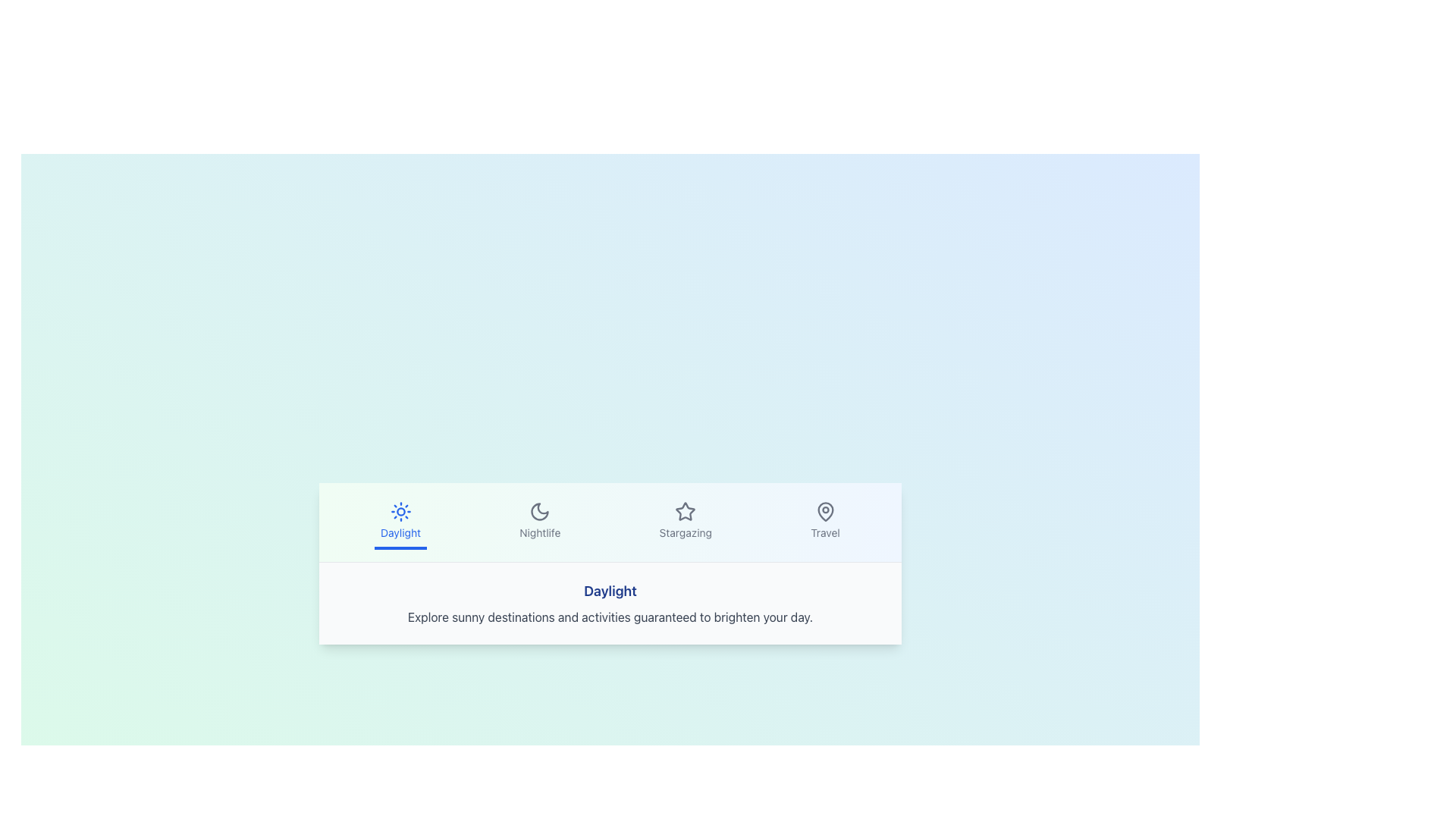  I want to click on the 'Travel' tab icon in the navigation bar, which is located at the bottom center of the interface, furthest to the right among the tabs labeled 'Daylight,' 'Nightlife,' 'Stargazing,' and 'Travel.', so click(824, 511).